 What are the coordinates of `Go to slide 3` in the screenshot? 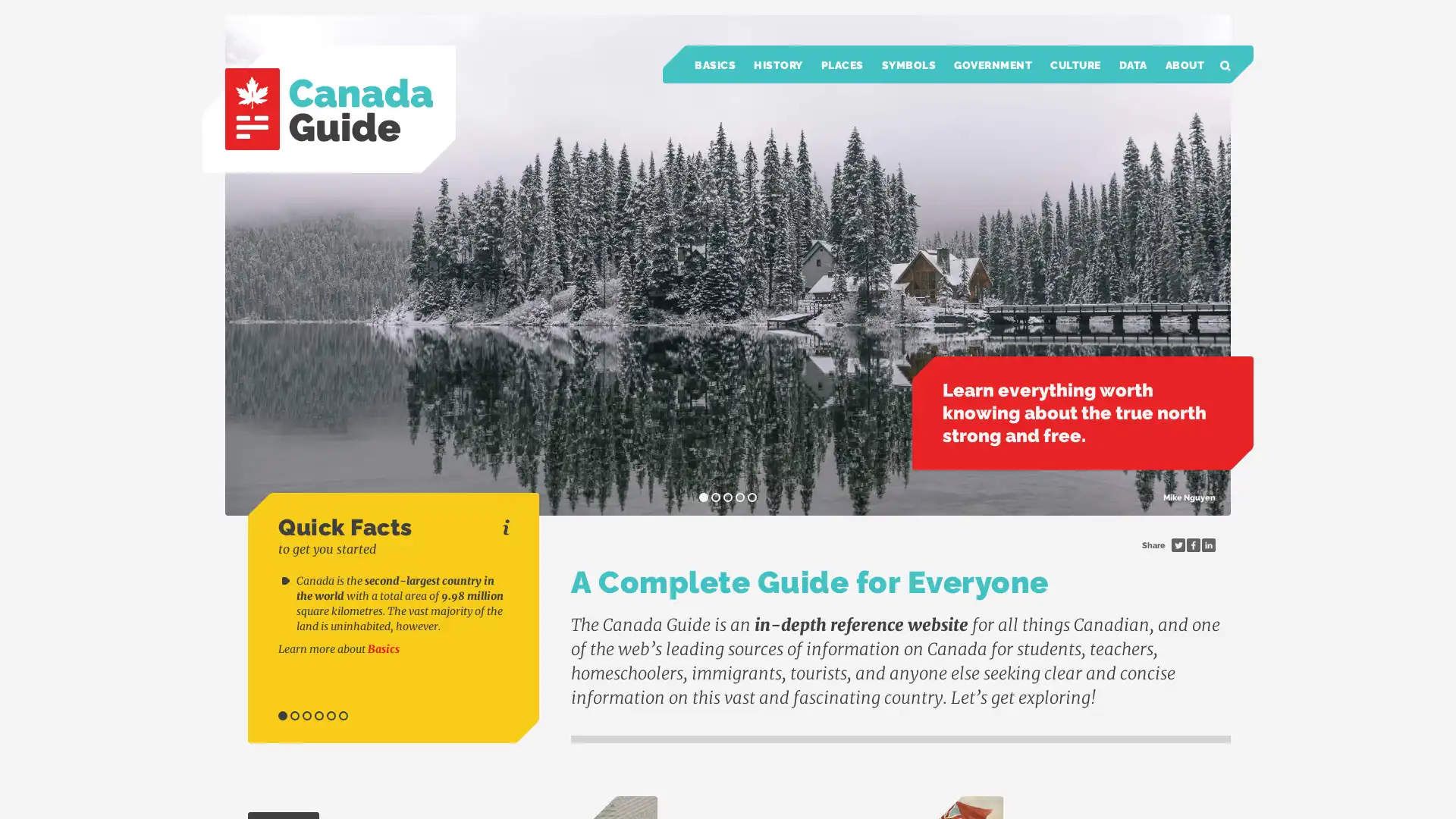 It's located at (306, 716).